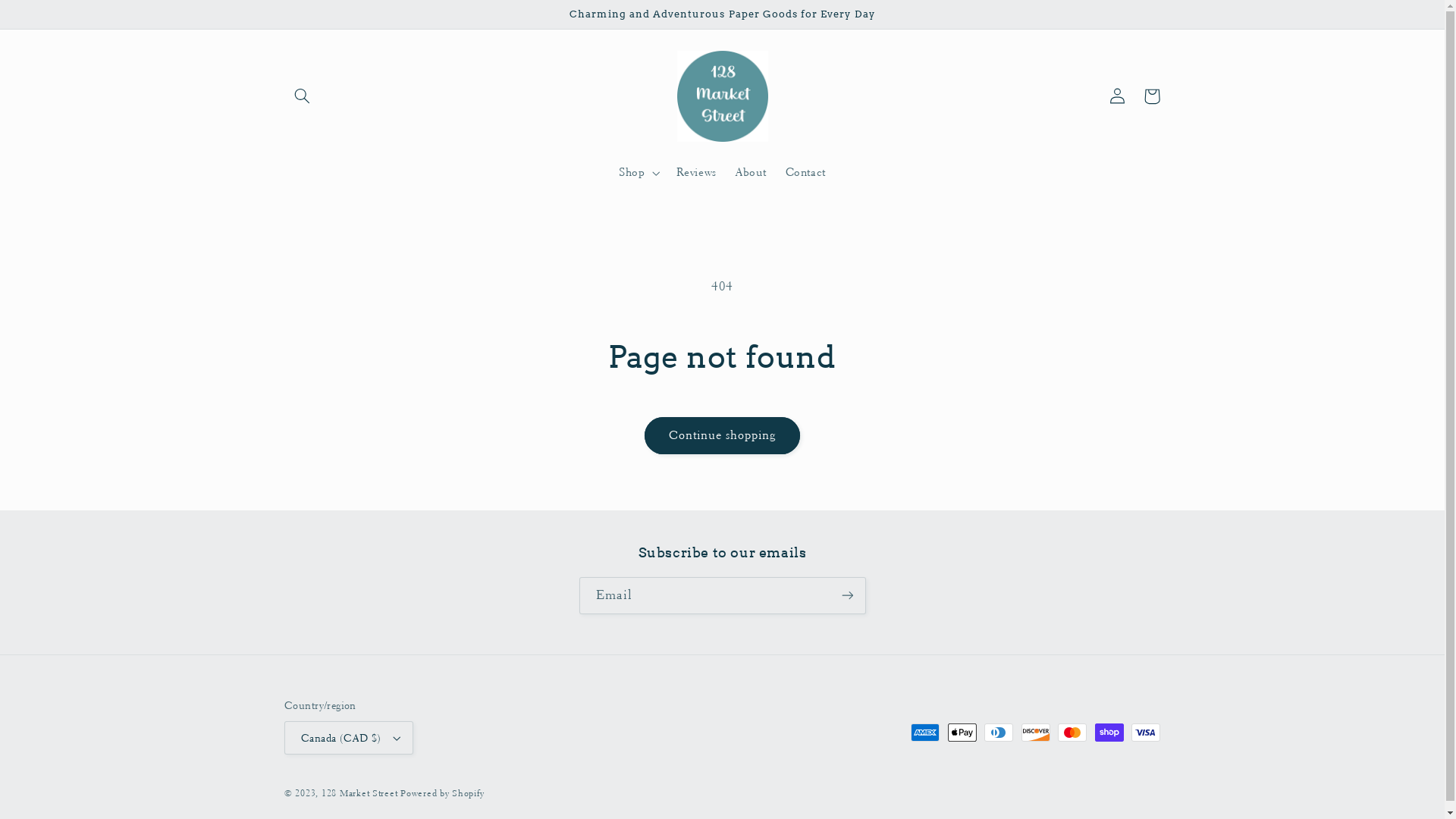 The height and width of the screenshot is (819, 1456). What do you see at coordinates (359, 792) in the screenshot?
I see `'128 Market Street'` at bounding box center [359, 792].